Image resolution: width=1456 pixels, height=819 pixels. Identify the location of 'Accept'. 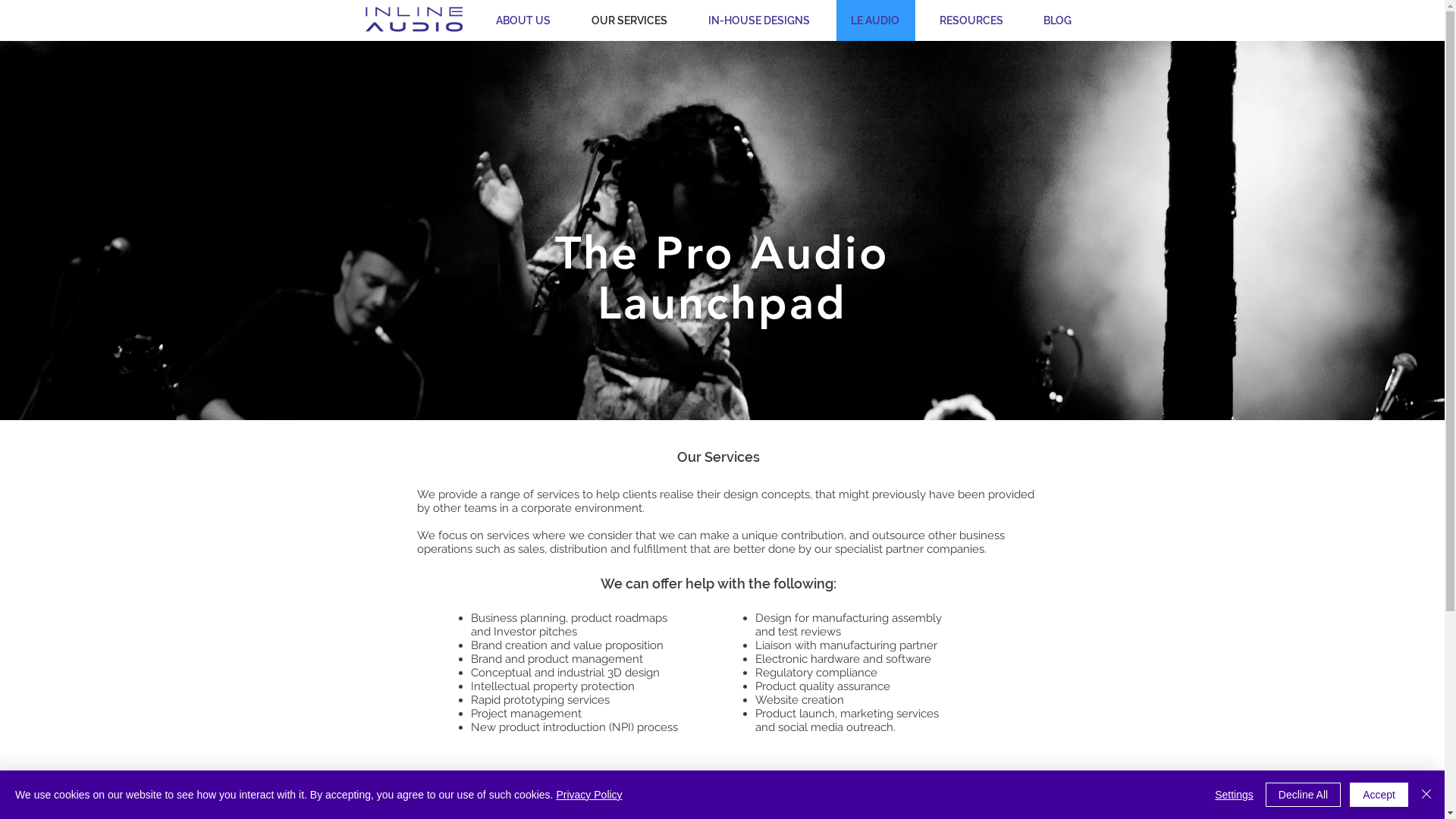
(1379, 794).